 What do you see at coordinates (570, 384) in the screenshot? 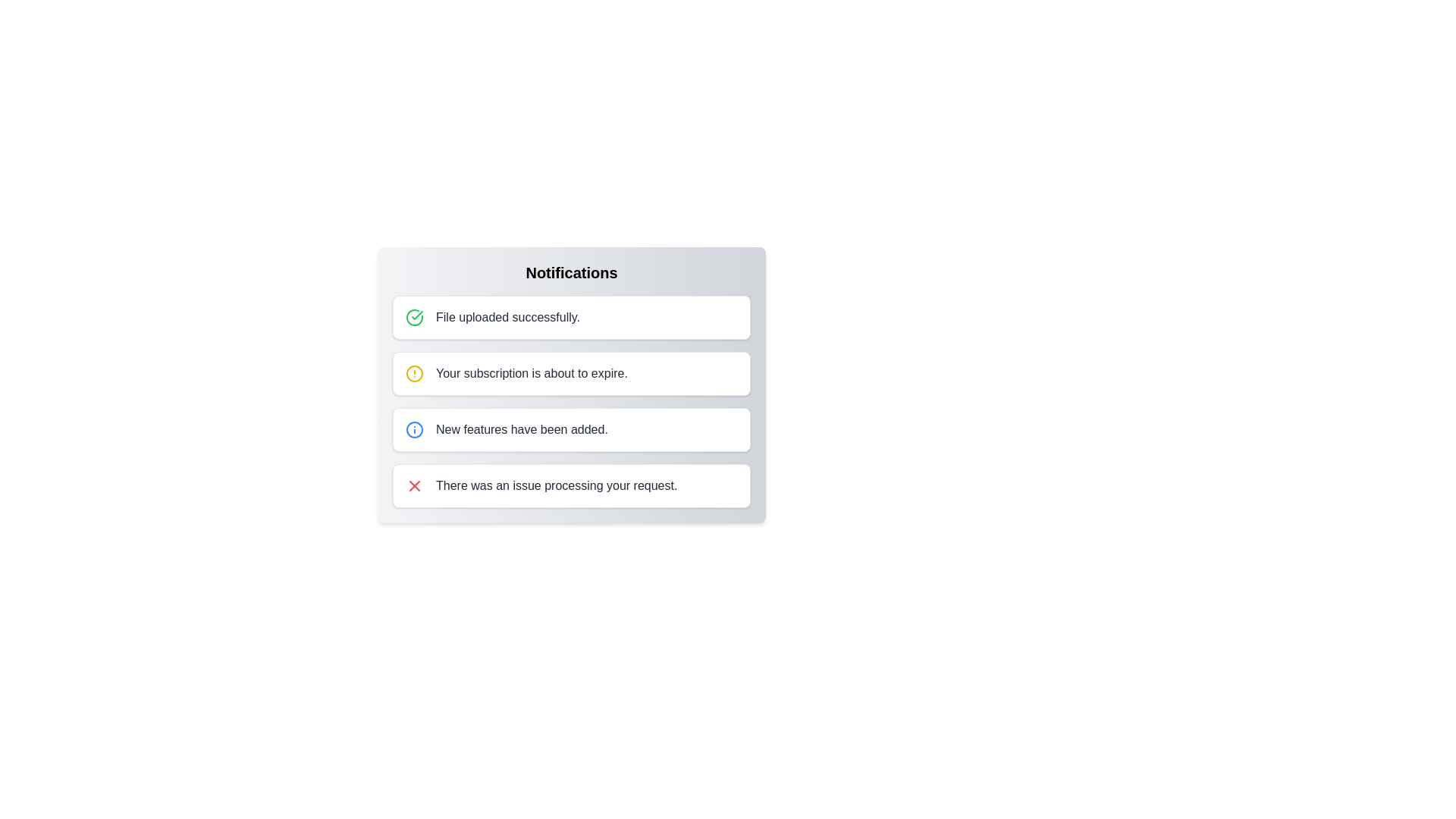
I see `the Informational Text Block with Icon that notifies the user about the subscription nearing expiry, positioned below 'File uploaded successfully.' and above 'New features have been added.'` at bounding box center [570, 384].